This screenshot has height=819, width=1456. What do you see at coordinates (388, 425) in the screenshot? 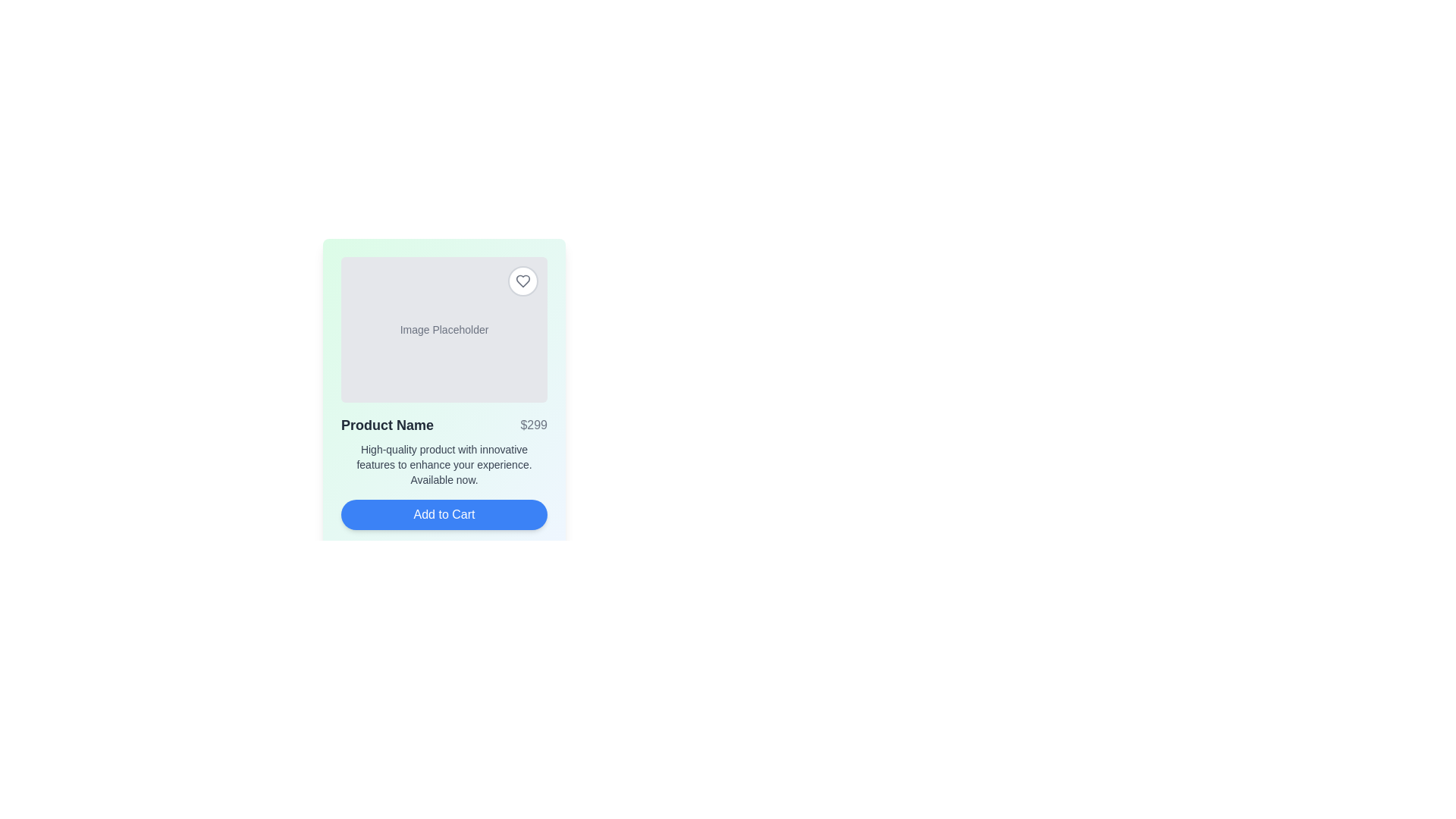
I see `the 'Product Name' text label, which is styled in bold, dark gray font and located in the product card layout, positioned below the image placeholder and aligned before the price` at bounding box center [388, 425].